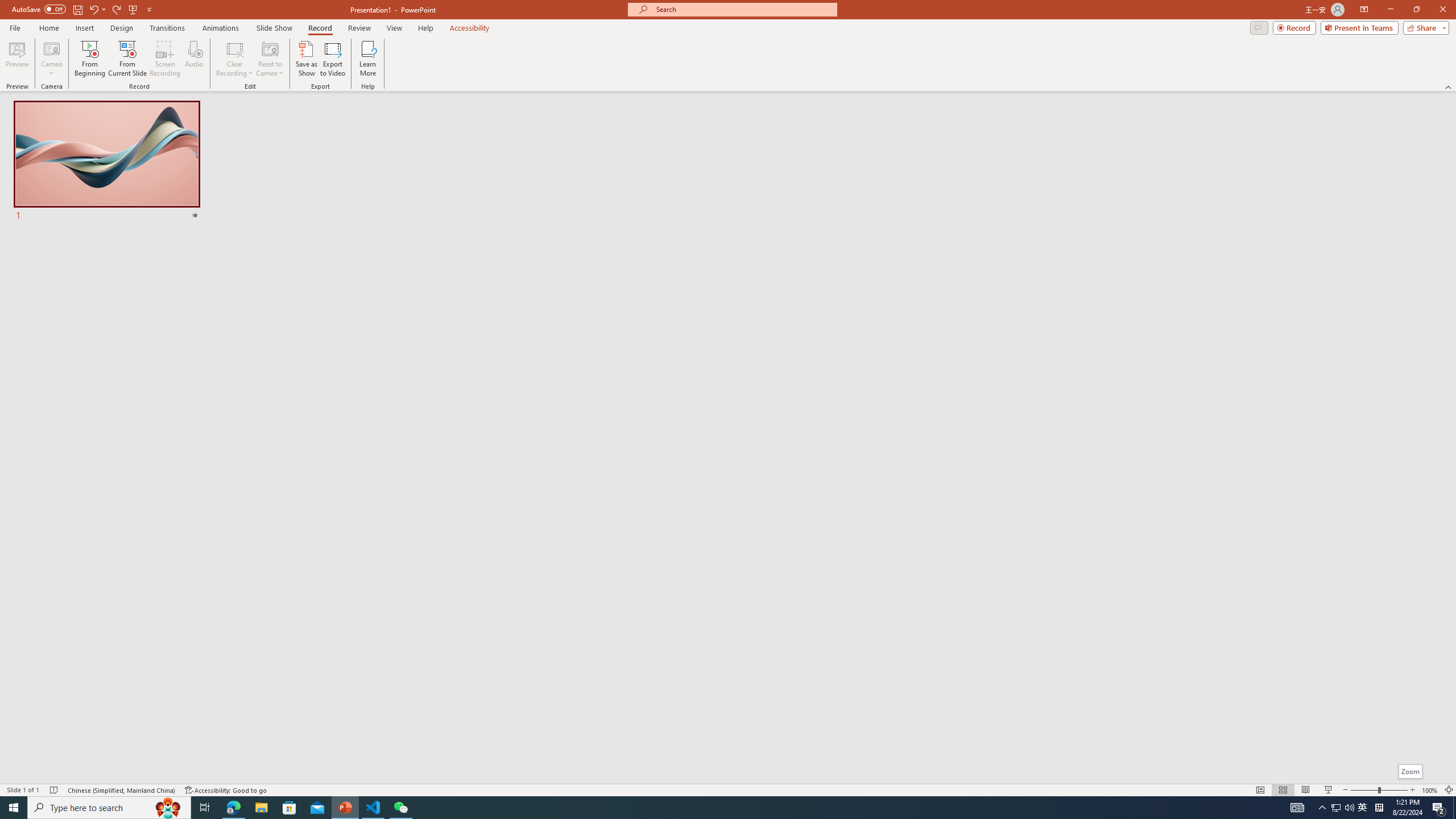 The height and width of the screenshot is (819, 1456). I want to click on 'From Current Slide...', so click(127, 59).